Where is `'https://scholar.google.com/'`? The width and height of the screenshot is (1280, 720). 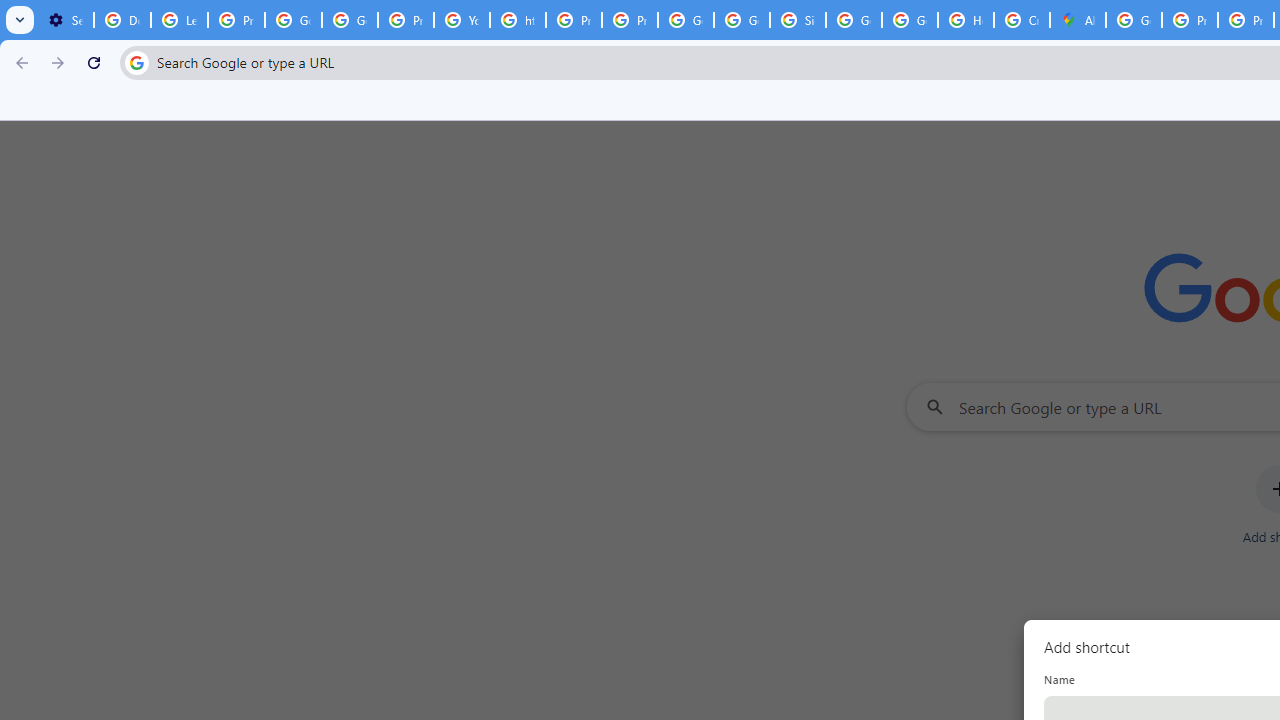 'https://scholar.google.com/' is located at coordinates (518, 20).